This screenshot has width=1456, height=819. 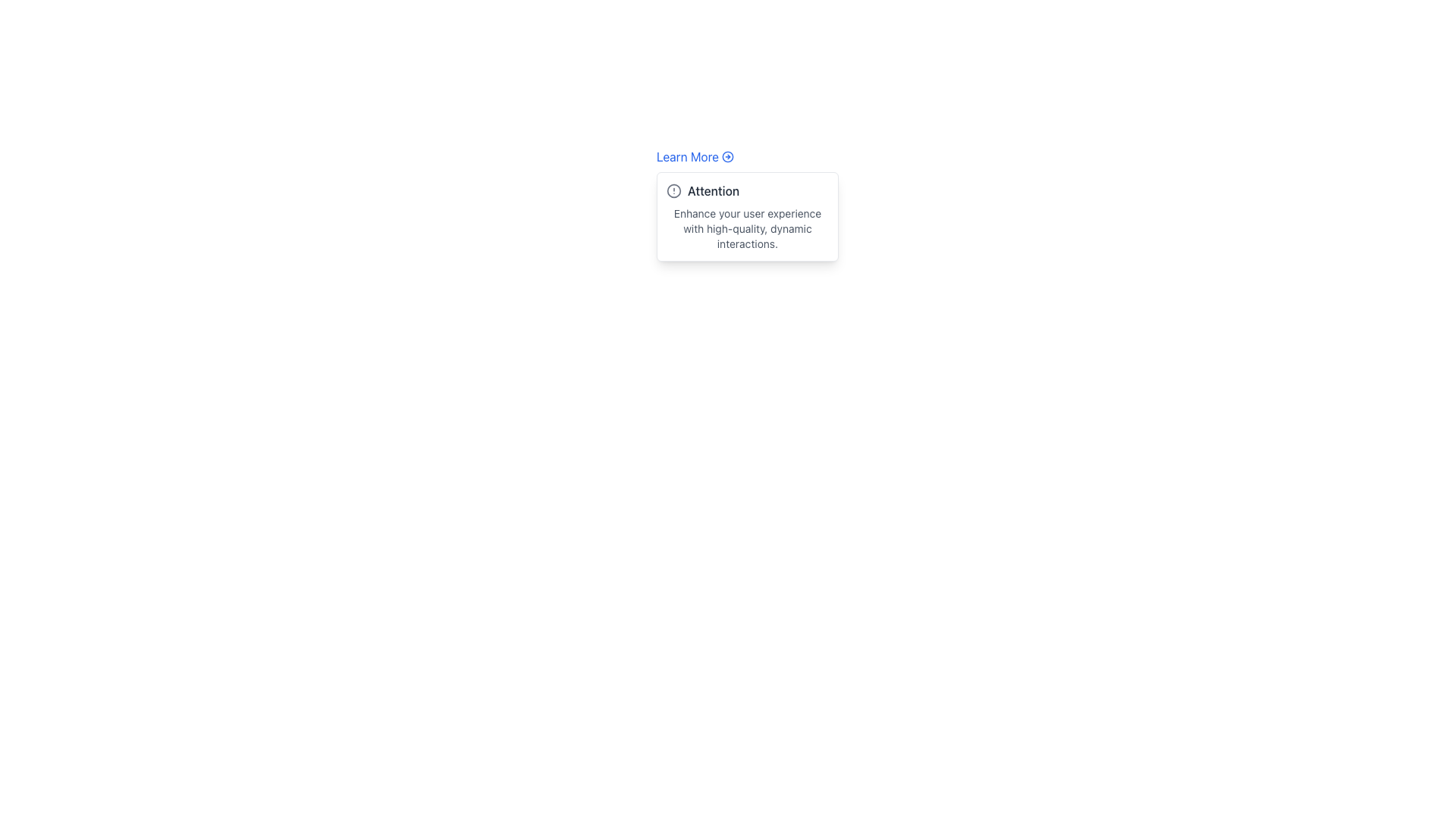 I want to click on the outer circular part of the SVG icon that symbolizes an alert or attention indicator, located above the 'Attention' text label, so click(x=673, y=190).